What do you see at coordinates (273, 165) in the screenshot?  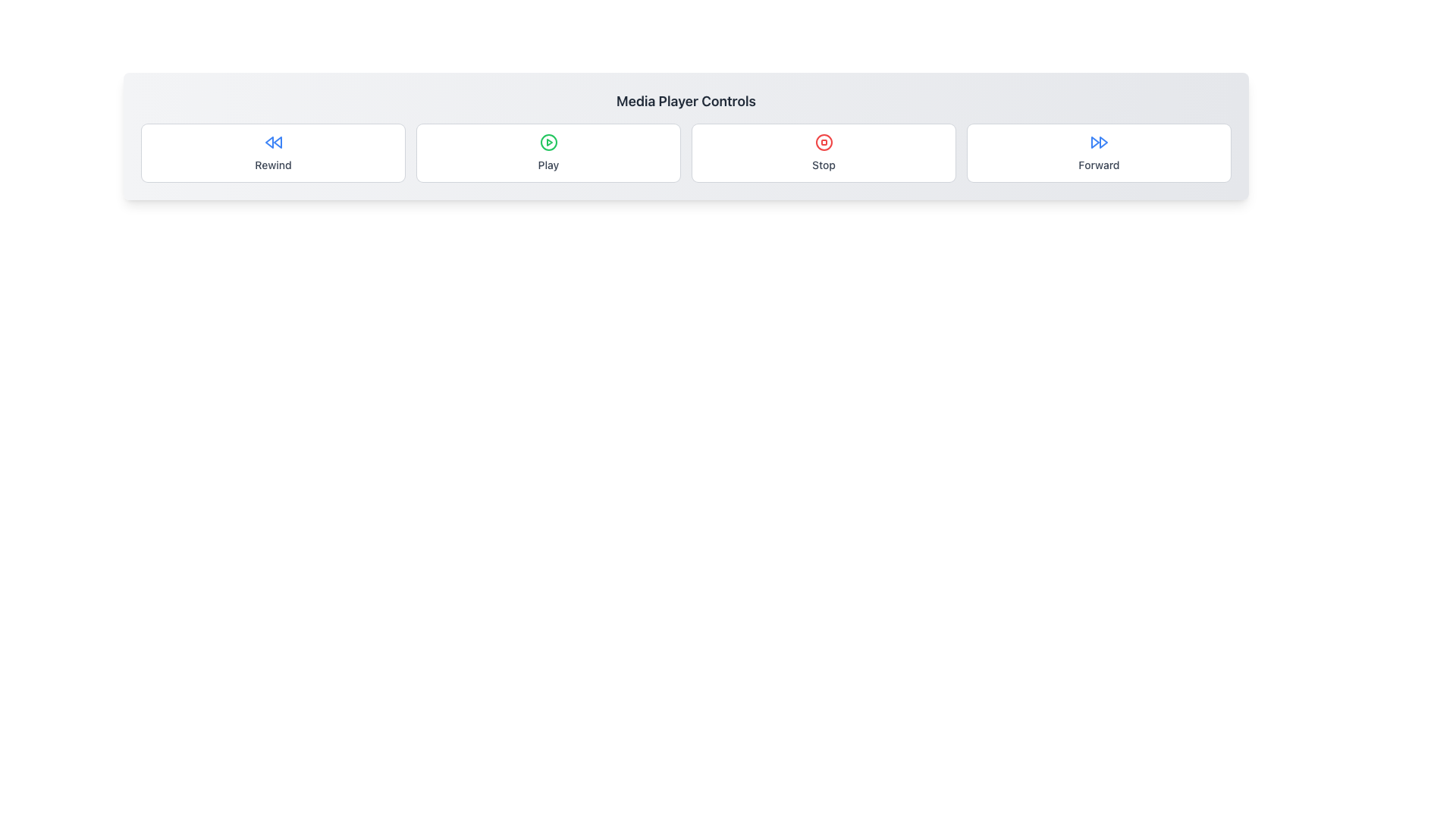 I see `the text label displaying 'Rewind' which is part of the media control interface, located beneath a blue rewind icon` at bounding box center [273, 165].